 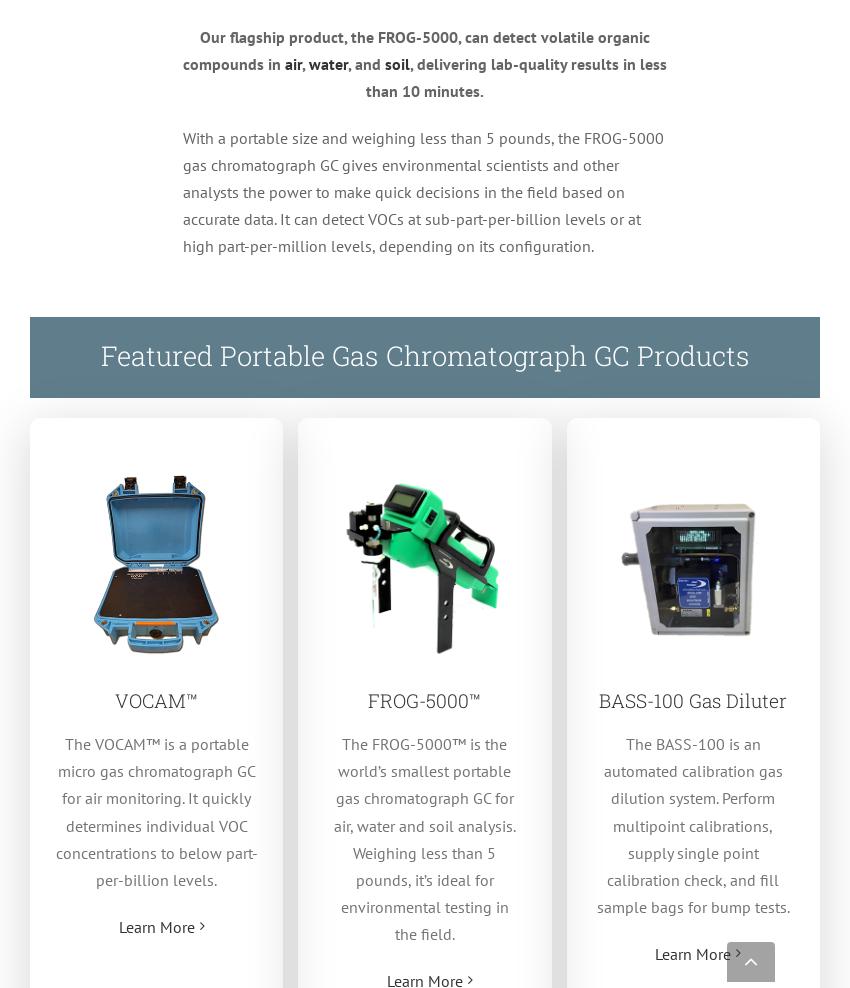 What do you see at coordinates (692, 699) in the screenshot?
I see `'BASS-100 Gas Diluter'` at bounding box center [692, 699].